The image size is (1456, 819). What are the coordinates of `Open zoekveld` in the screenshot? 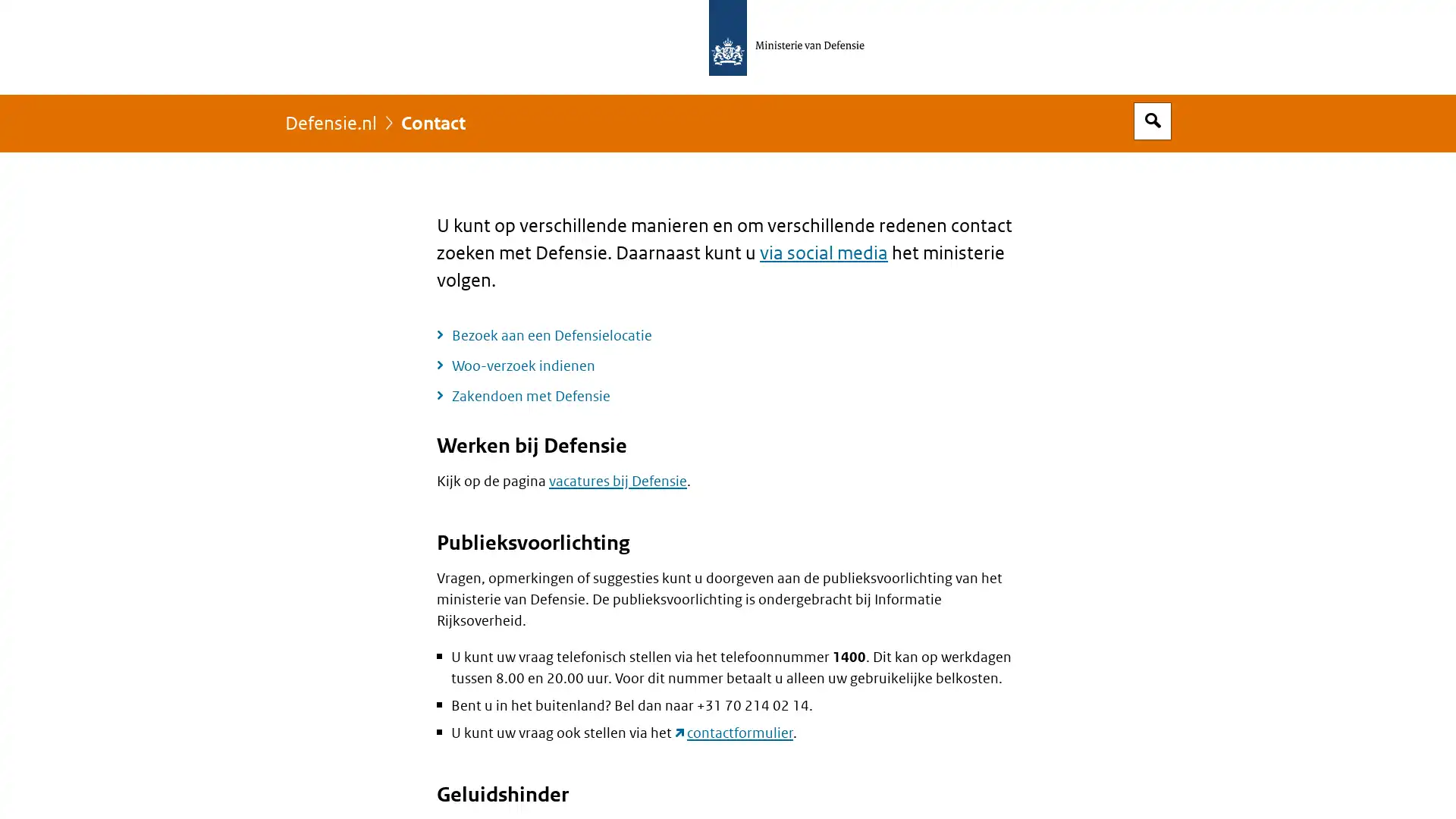 It's located at (1153, 120).